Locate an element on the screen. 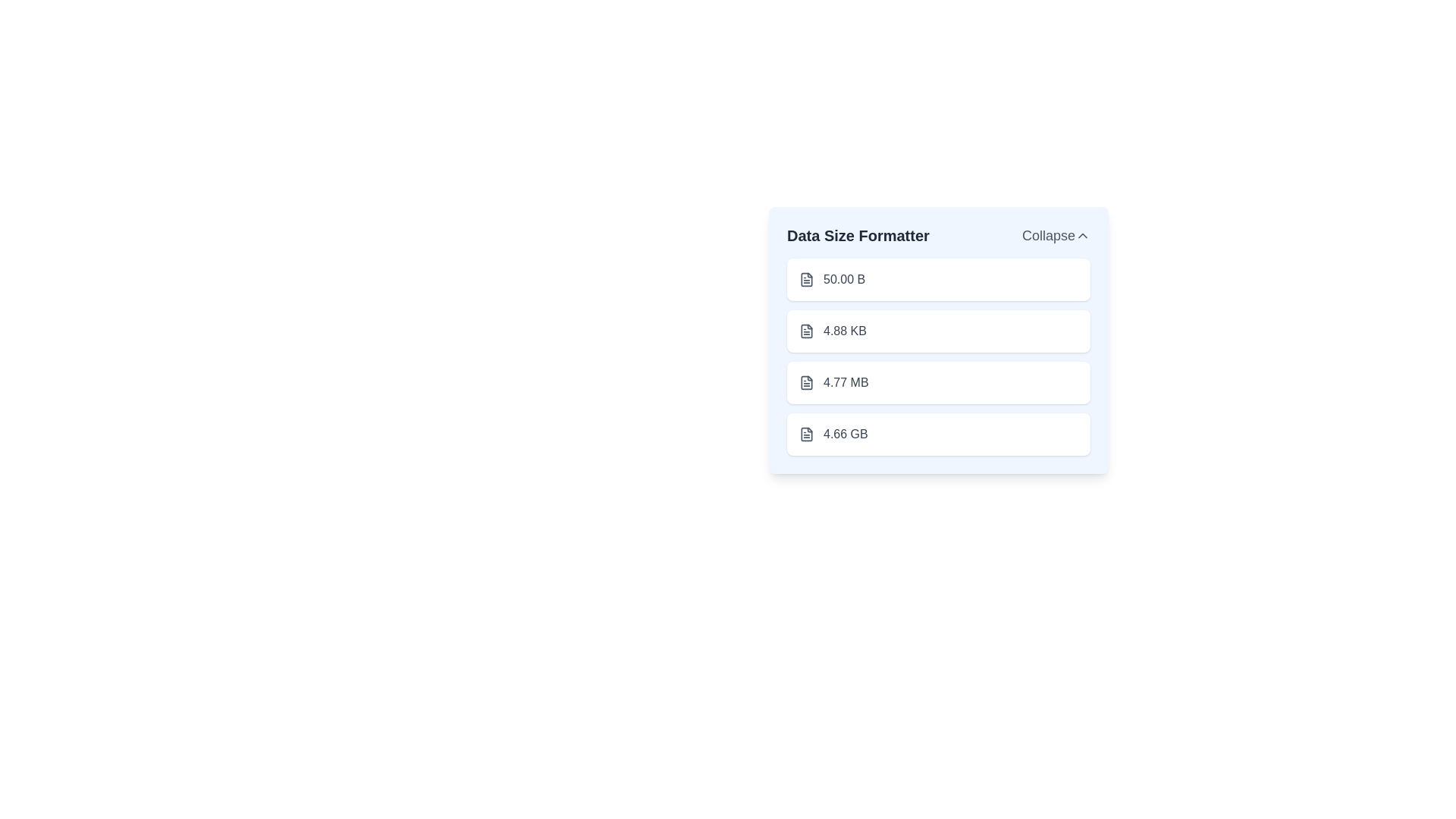  the small square-shaped file icon with a gray outline, located to the left of the text '4.77 MB' is located at coordinates (806, 382).